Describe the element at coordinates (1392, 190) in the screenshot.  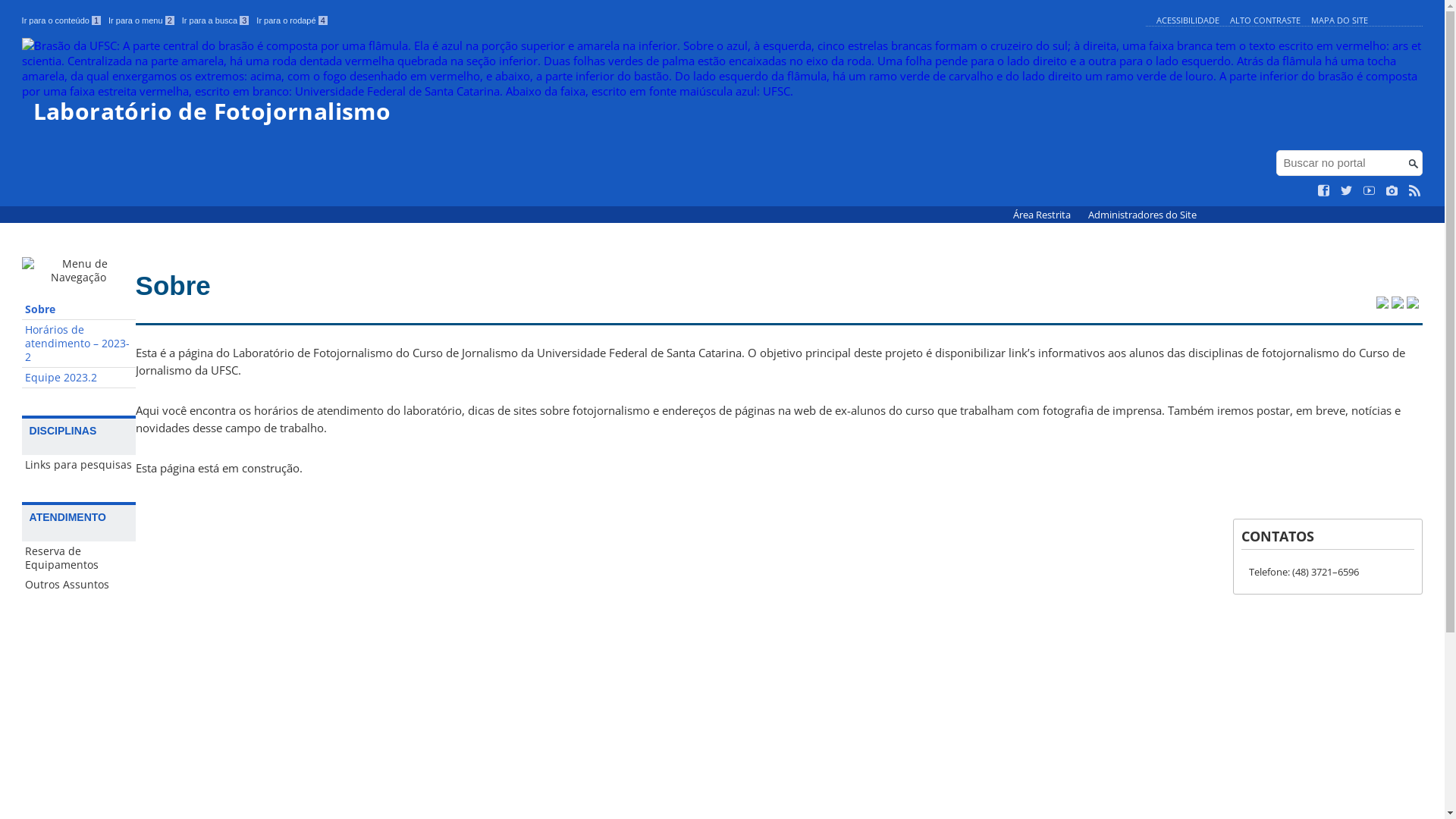
I see `'Veja no Instagram'` at that location.